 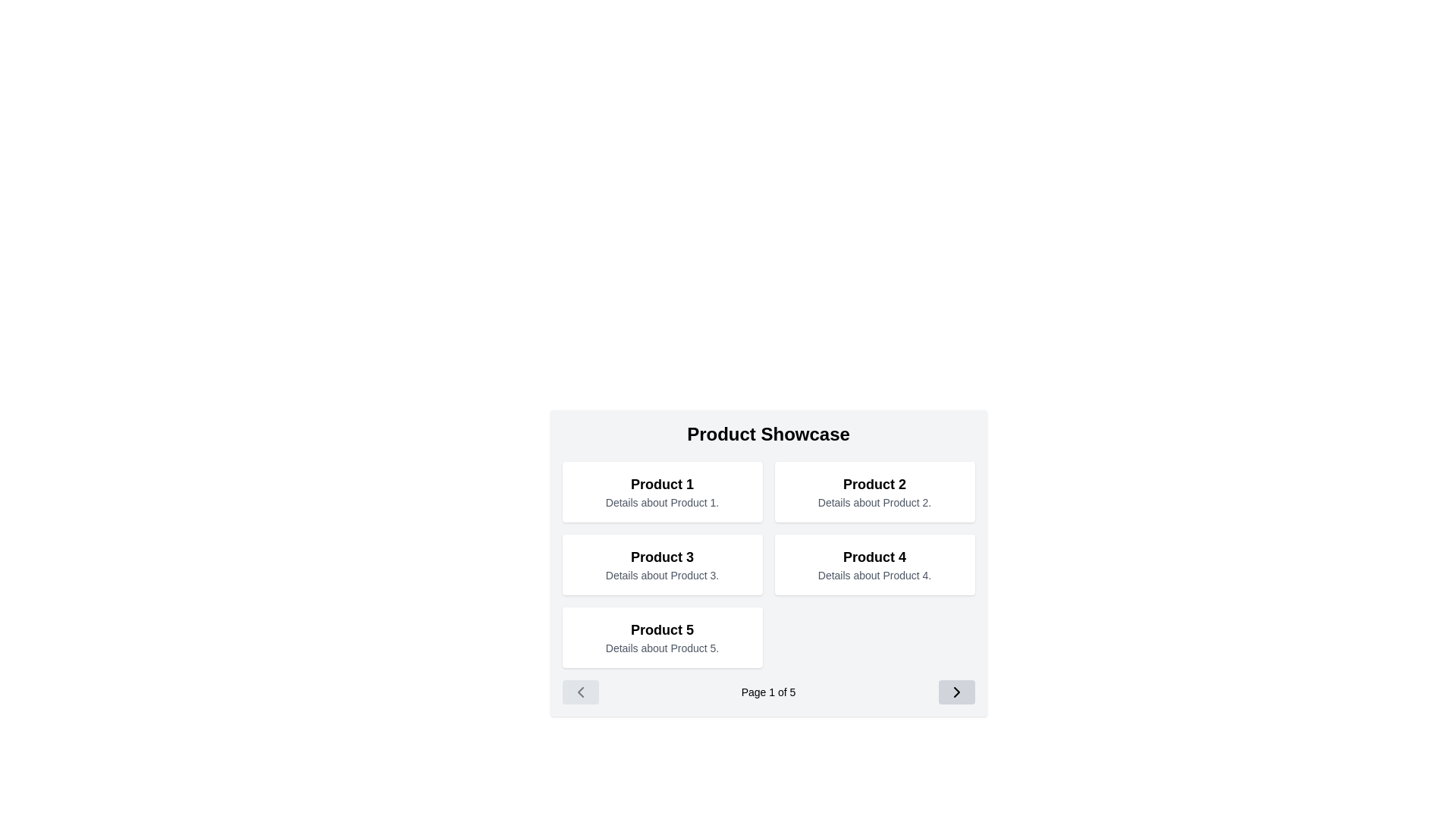 I want to click on the text label that identifies 'Product 1' located in the top-left cell of the 'Product Showcase' section, so click(x=662, y=485).